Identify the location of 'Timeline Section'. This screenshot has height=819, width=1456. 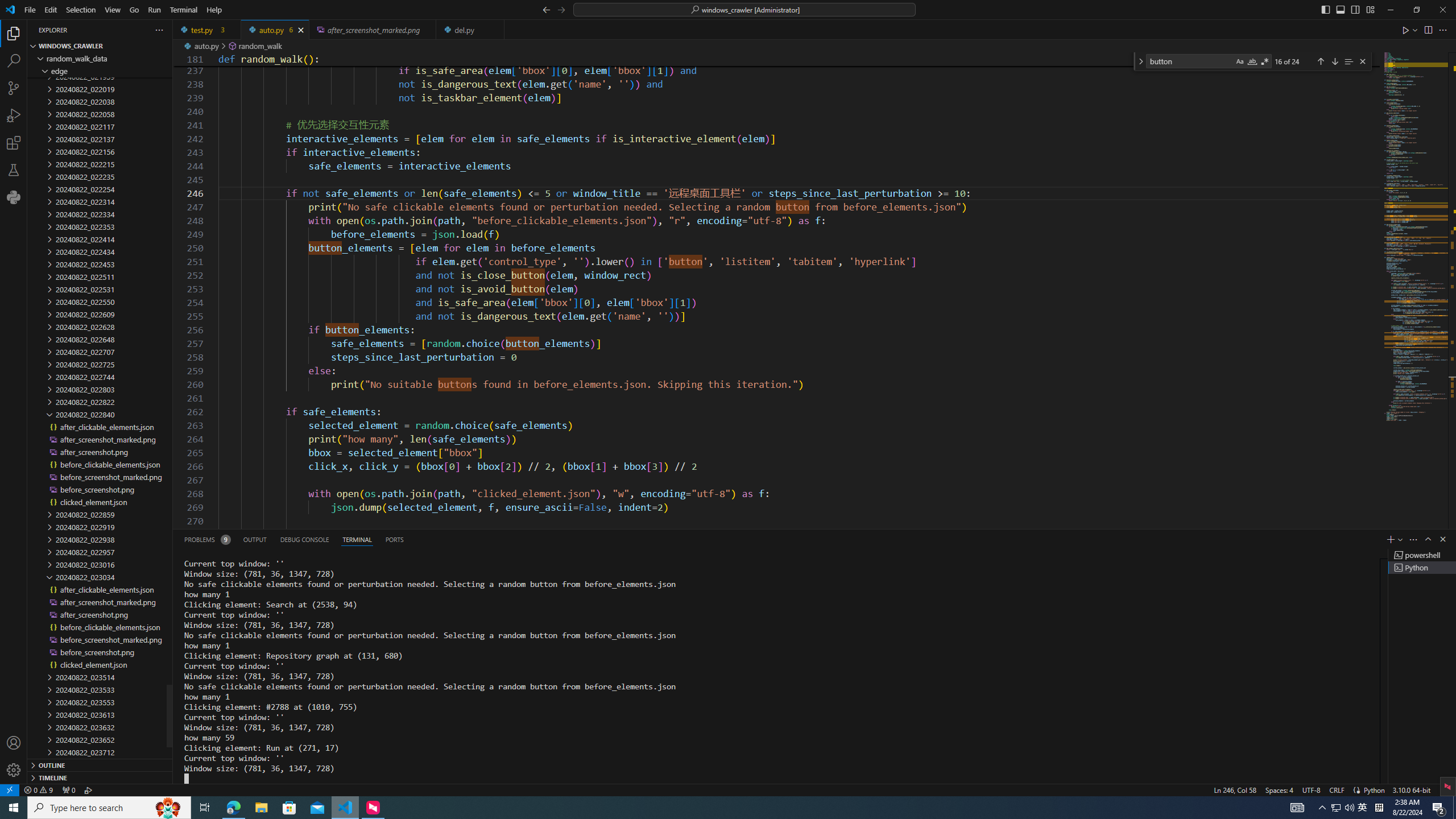
(100, 777).